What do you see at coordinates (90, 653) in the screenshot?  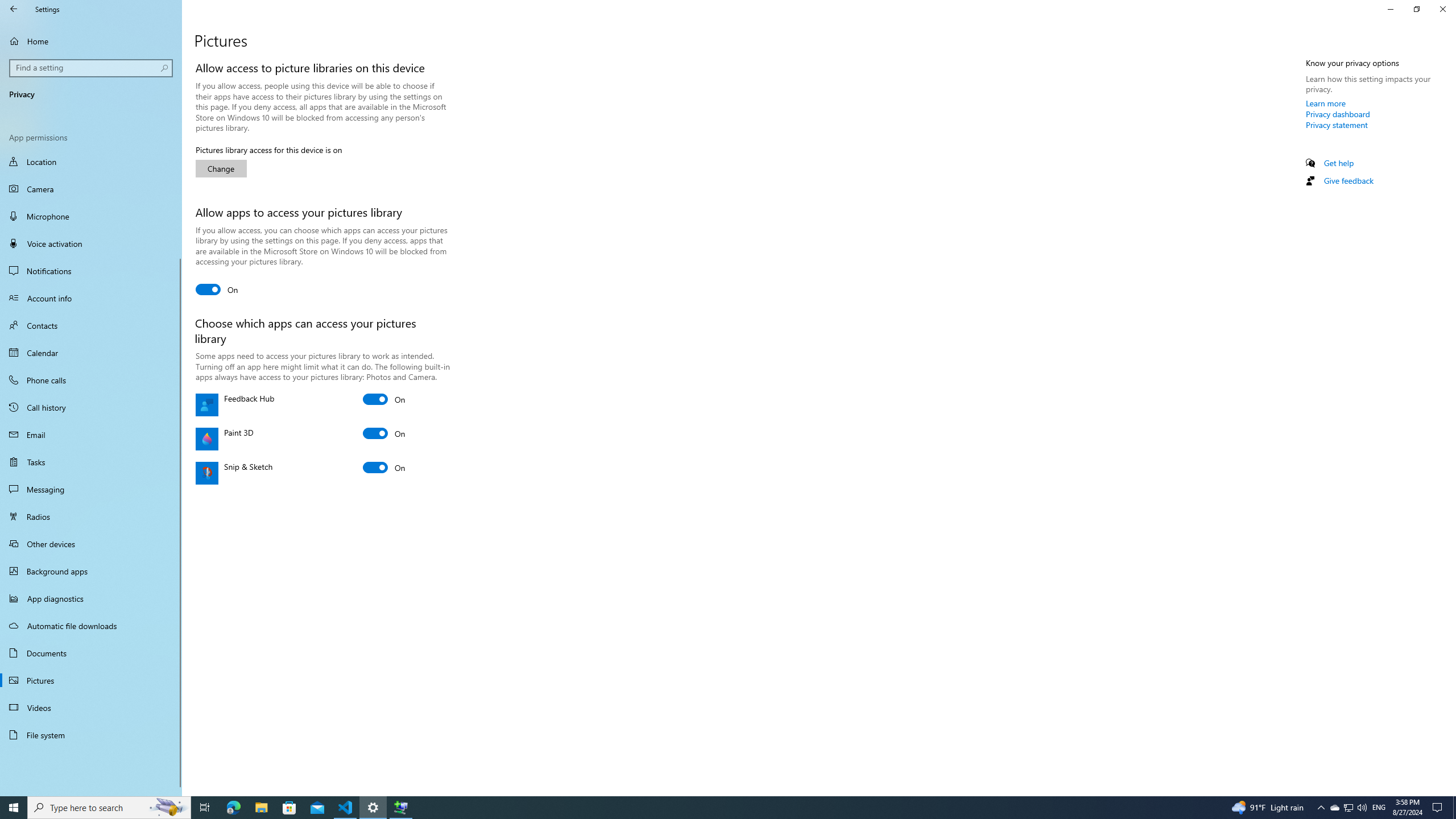 I see `'Documents'` at bounding box center [90, 653].